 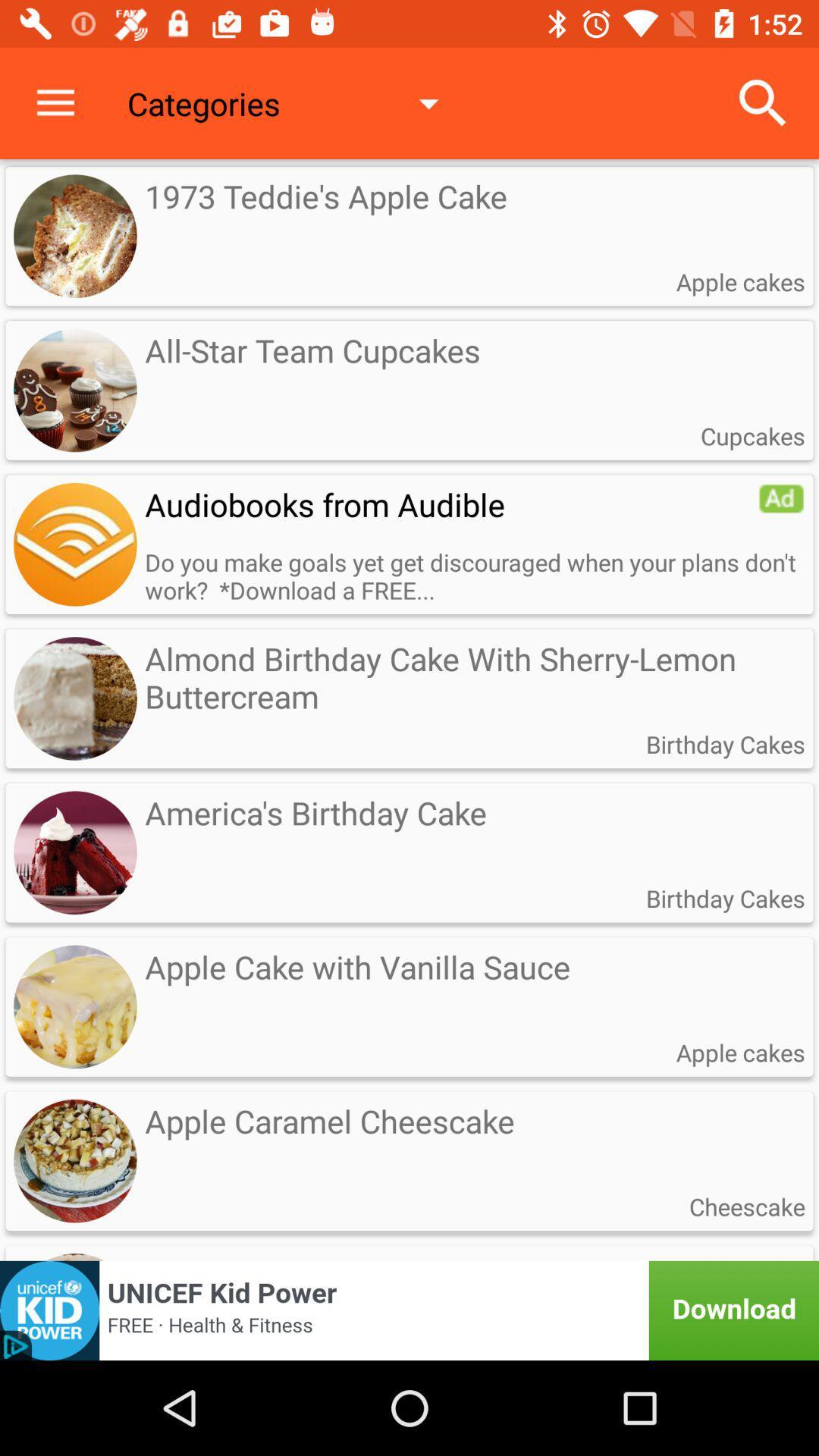 What do you see at coordinates (450, 504) in the screenshot?
I see `item above do you make` at bounding box center [450, 504].